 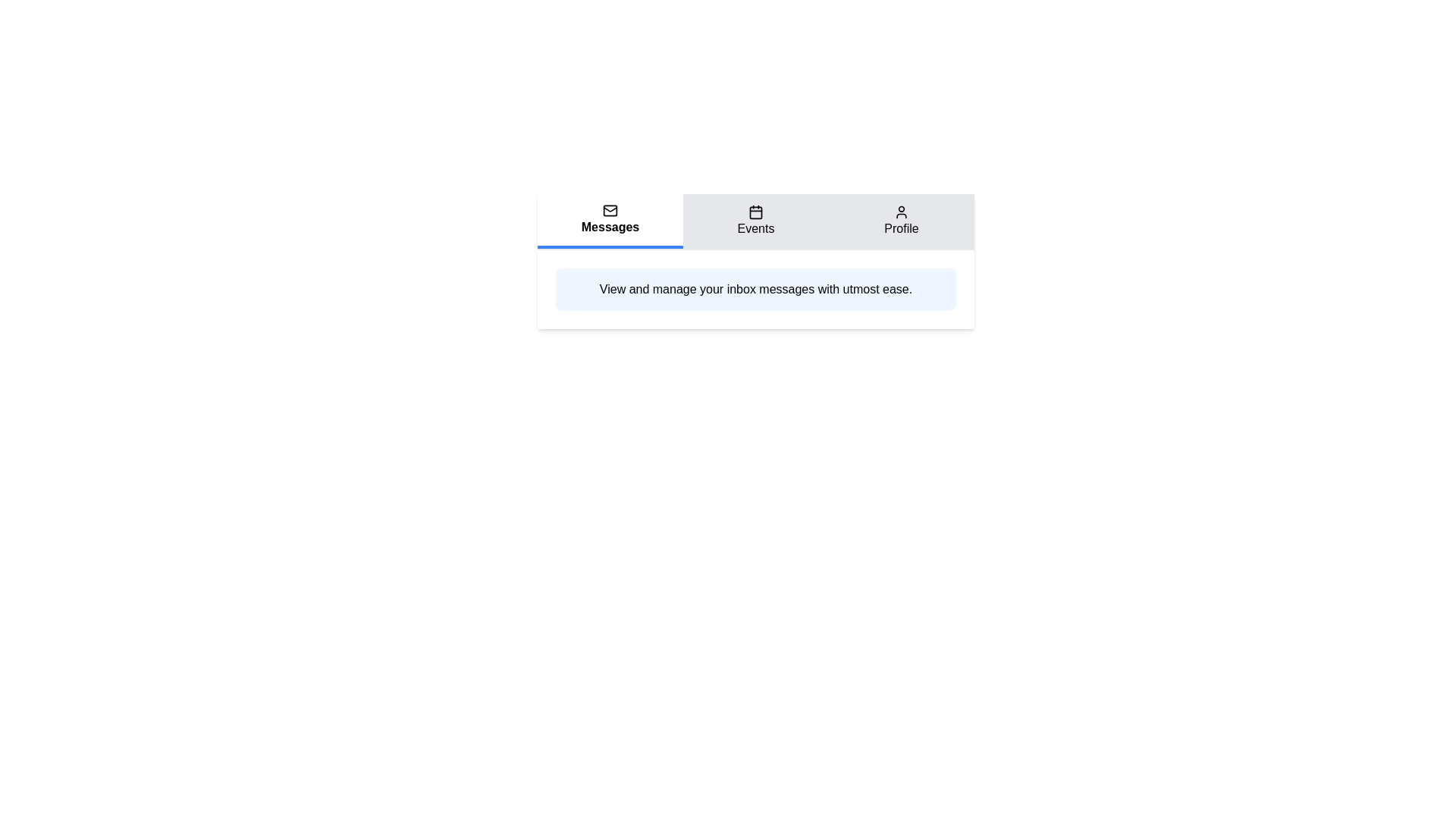 What do you see at coordinates (902, 221) in the screenshot?
I see `the Profile tab by clicking on its title or icon` at bounding box center [902, 221].